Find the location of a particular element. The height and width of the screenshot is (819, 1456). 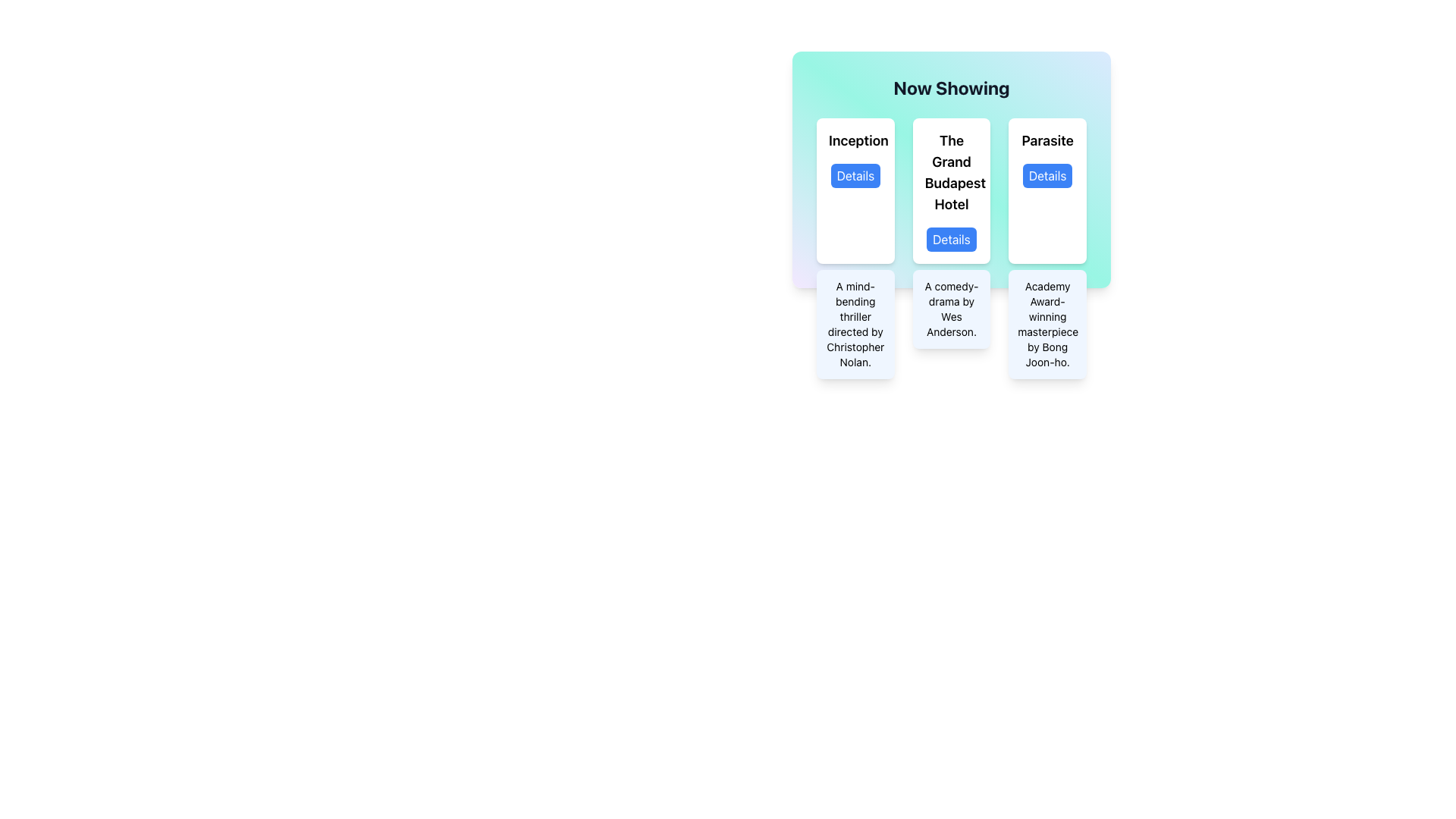

the movie card located in the second column of the grid layout under the 'Now Showing' section is located at coordinates (950, 190).